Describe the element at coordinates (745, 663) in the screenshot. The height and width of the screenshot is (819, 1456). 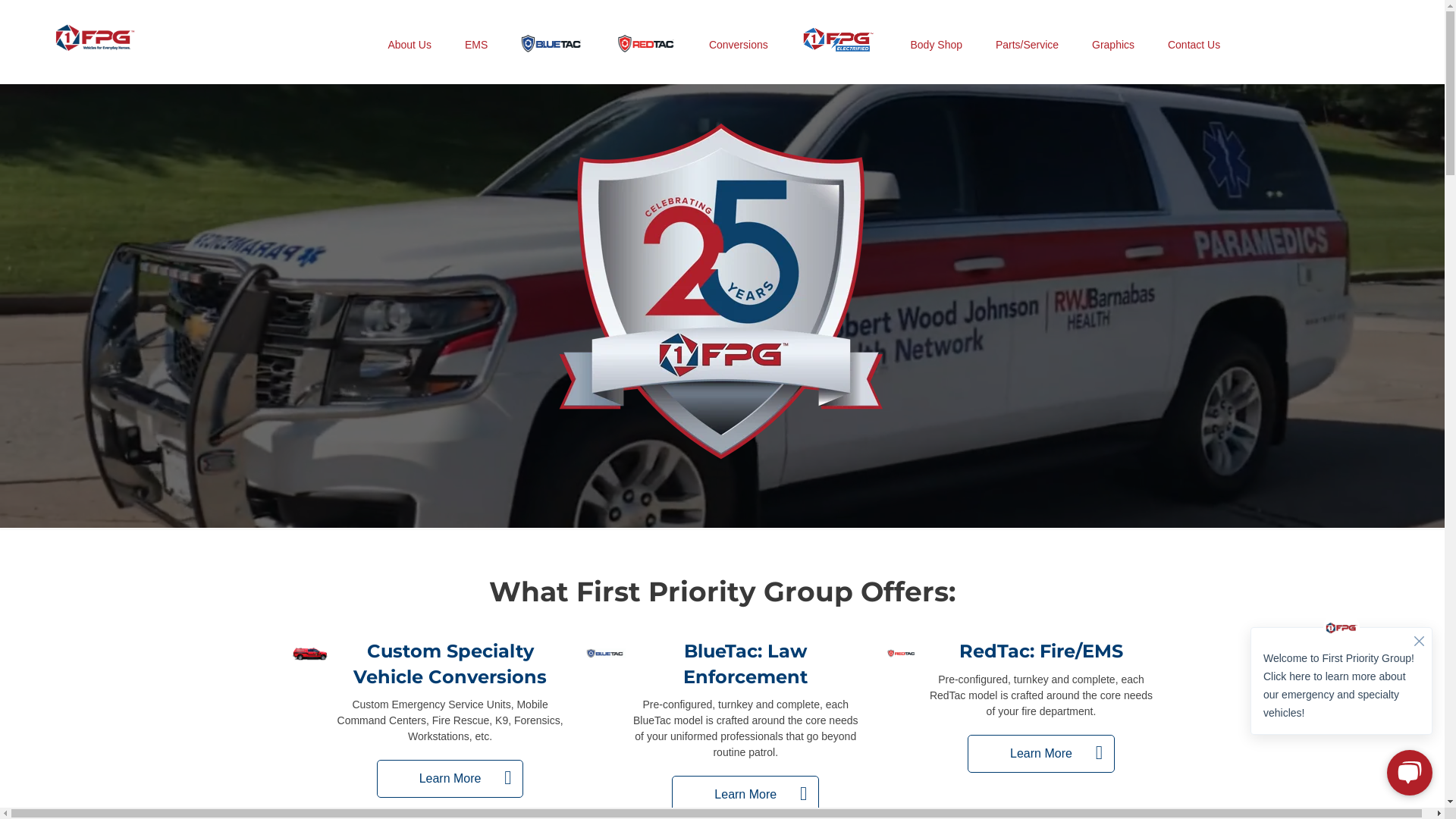
I see `'BlueTac: Law Enforcement'` at that location.